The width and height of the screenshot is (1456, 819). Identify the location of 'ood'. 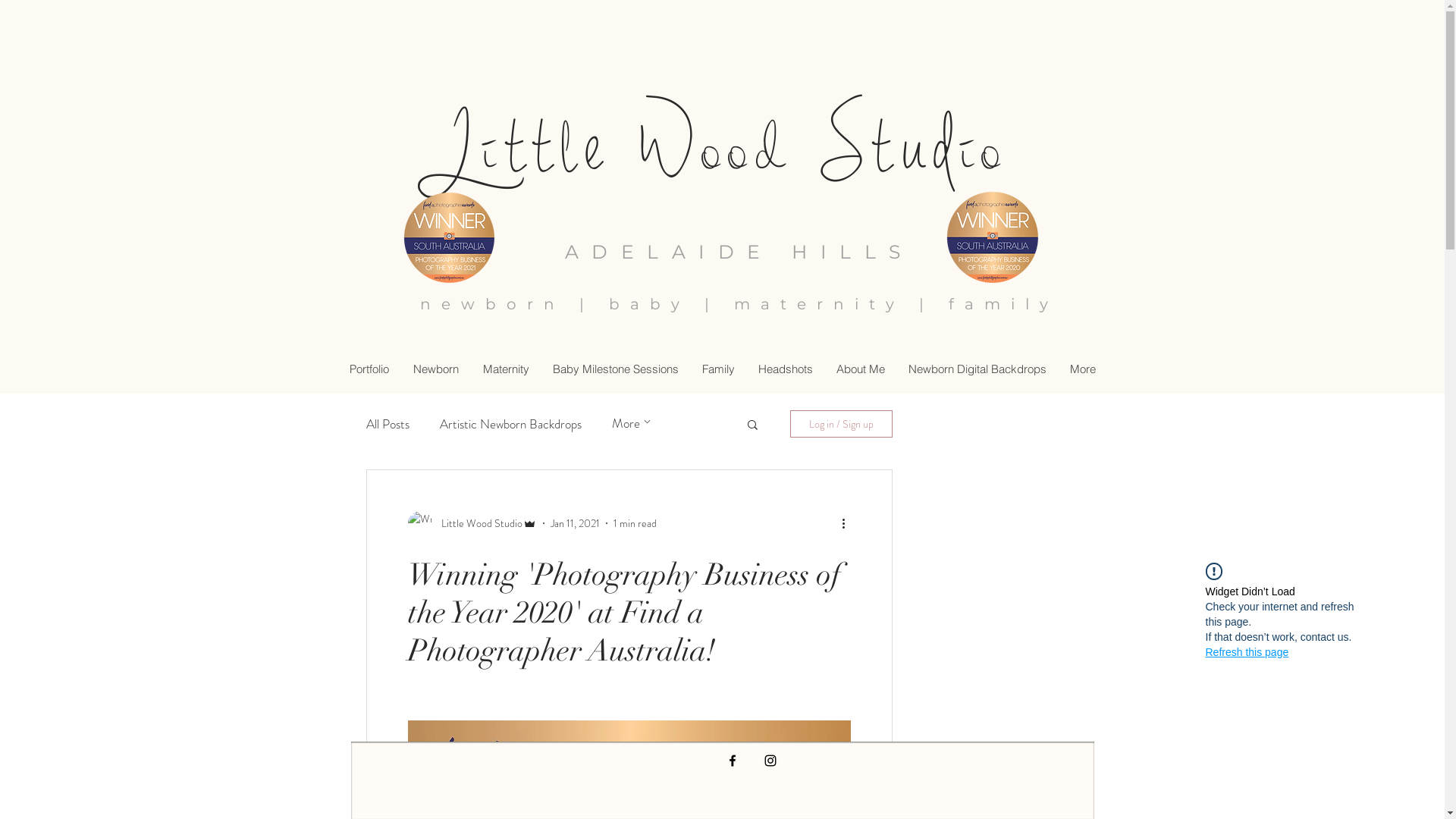
(747, 148).